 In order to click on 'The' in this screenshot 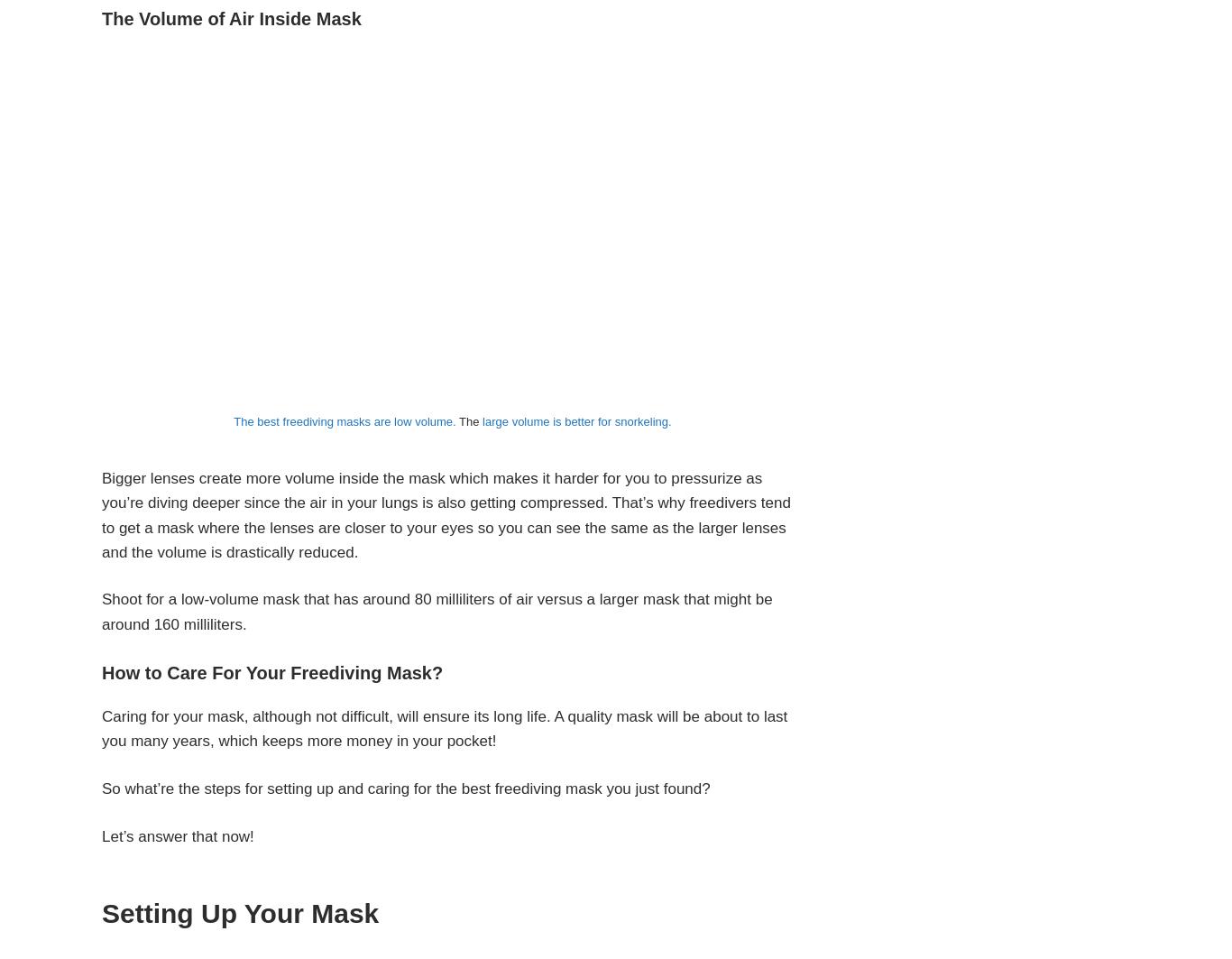, I will do `click(458, 420)`.